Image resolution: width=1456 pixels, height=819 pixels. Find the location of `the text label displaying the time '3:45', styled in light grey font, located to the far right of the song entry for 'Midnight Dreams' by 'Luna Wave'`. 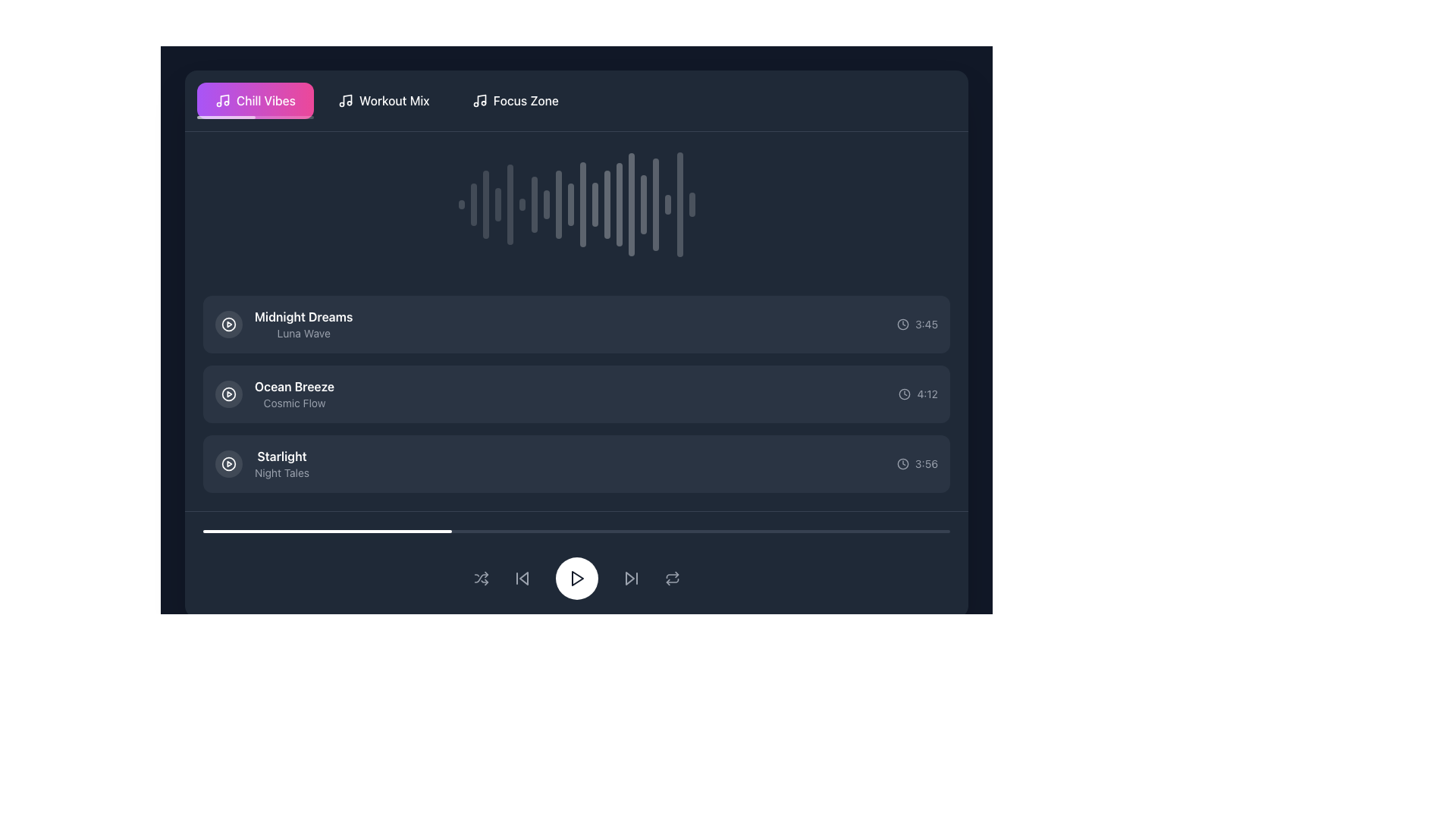

the text label displaying the time '3:45', styled in light grey font, located to the far right of the song entry for 'Midnight Dreams' by 'Luna Wave' is located at coordinates (926, 324).